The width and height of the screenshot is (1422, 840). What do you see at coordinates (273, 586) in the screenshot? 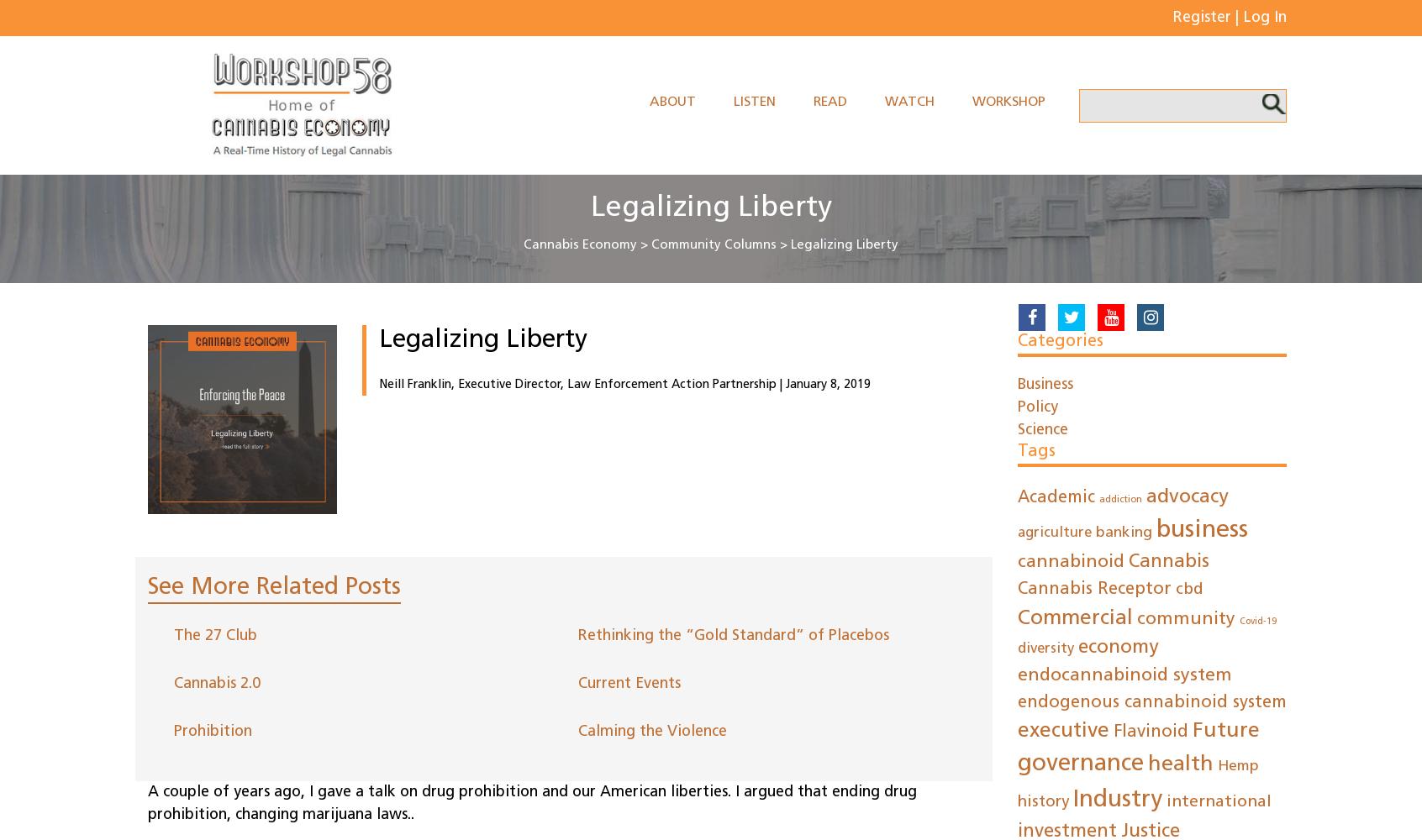
I see `'See More Related Posts'` at bounding box center [273, 586].